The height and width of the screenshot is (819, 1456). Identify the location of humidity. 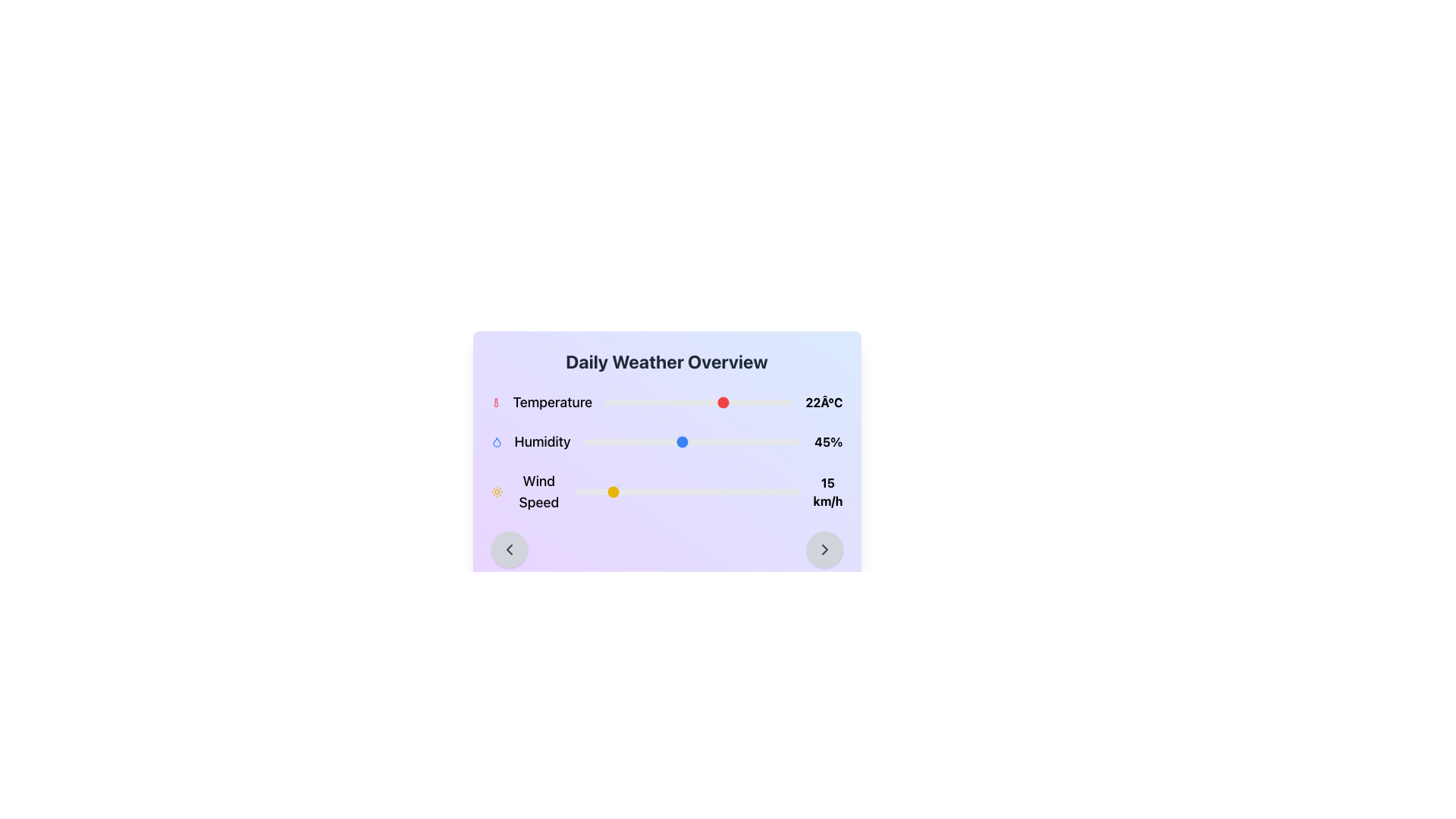
(629, 441).